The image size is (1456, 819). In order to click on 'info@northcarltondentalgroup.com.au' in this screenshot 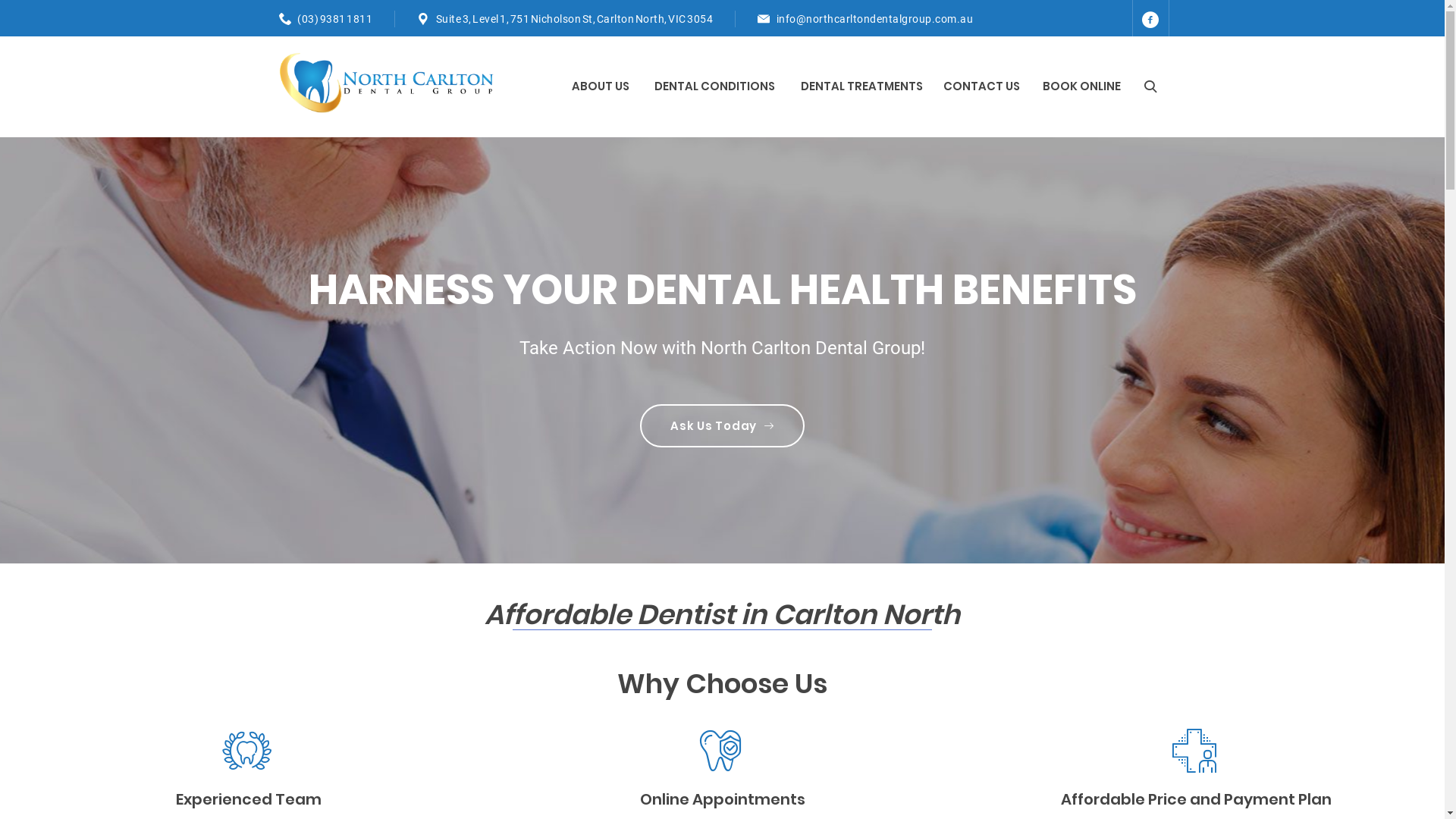, I will do `click(776, 18)`.